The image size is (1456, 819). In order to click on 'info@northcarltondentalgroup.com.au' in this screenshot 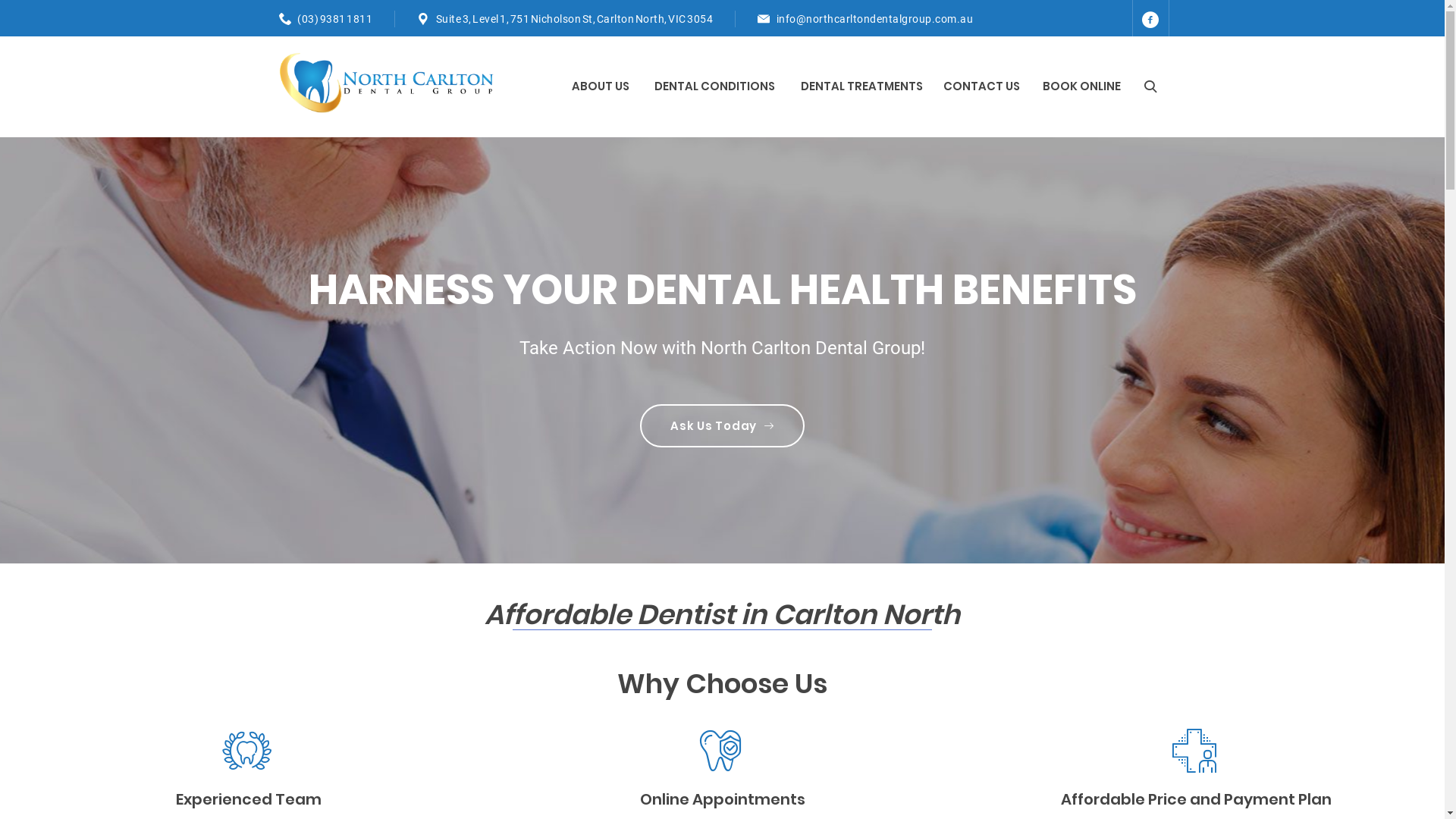, I will do `click(776, 18)`.